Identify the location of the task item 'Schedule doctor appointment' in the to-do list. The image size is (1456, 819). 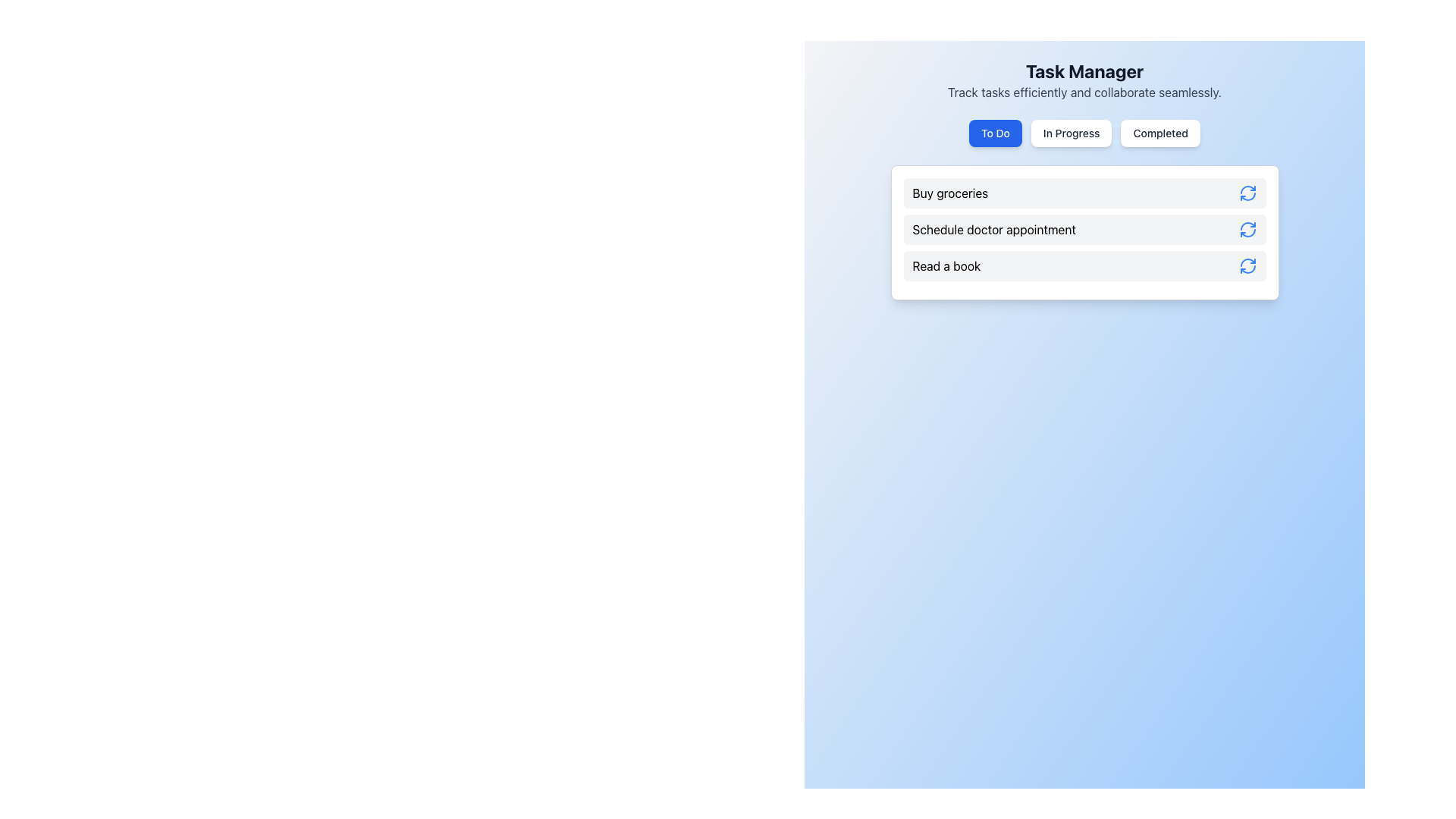
(1084, 230).